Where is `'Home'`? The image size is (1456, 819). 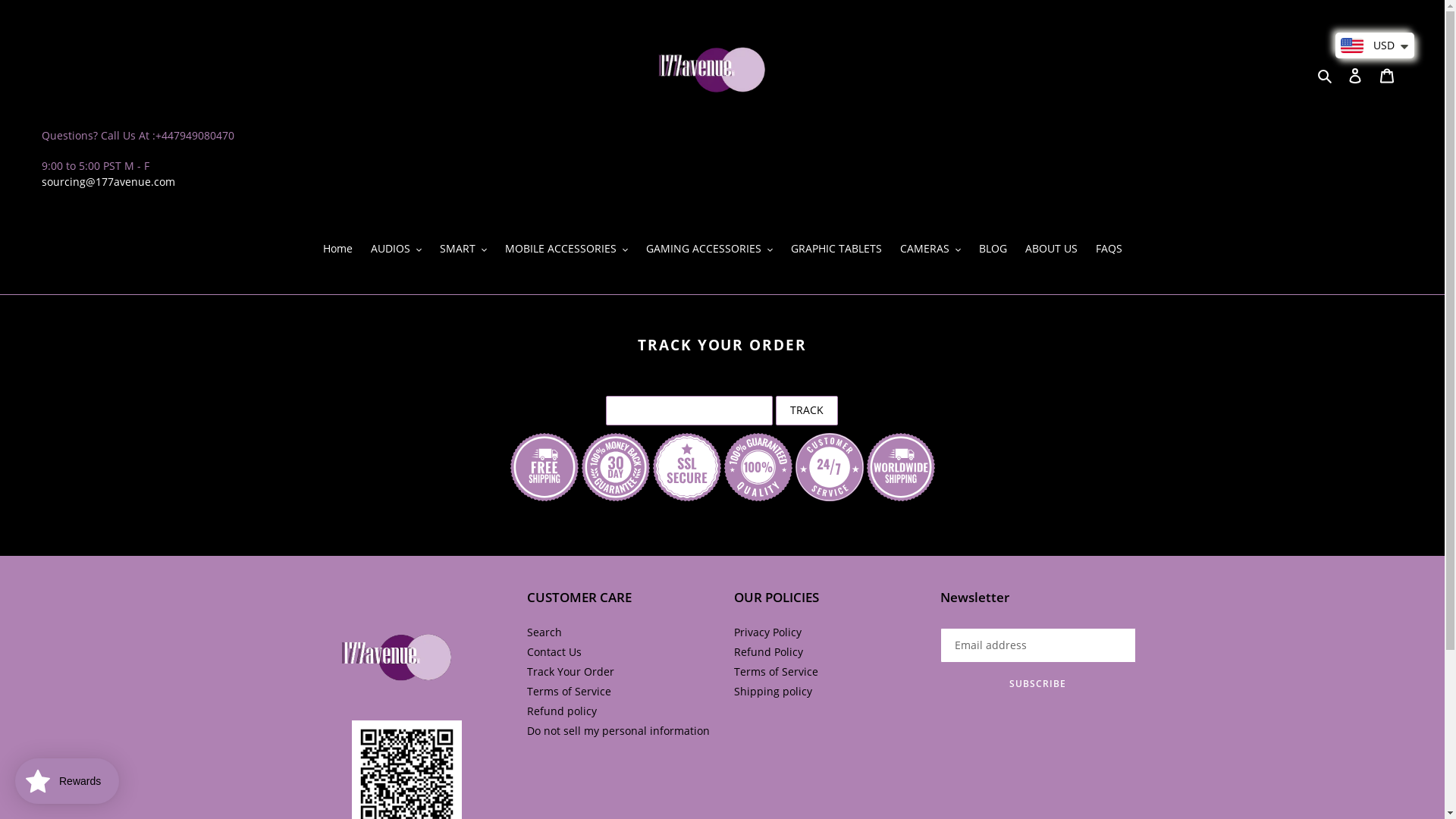 'Home' is located at coordinates (337, 248).